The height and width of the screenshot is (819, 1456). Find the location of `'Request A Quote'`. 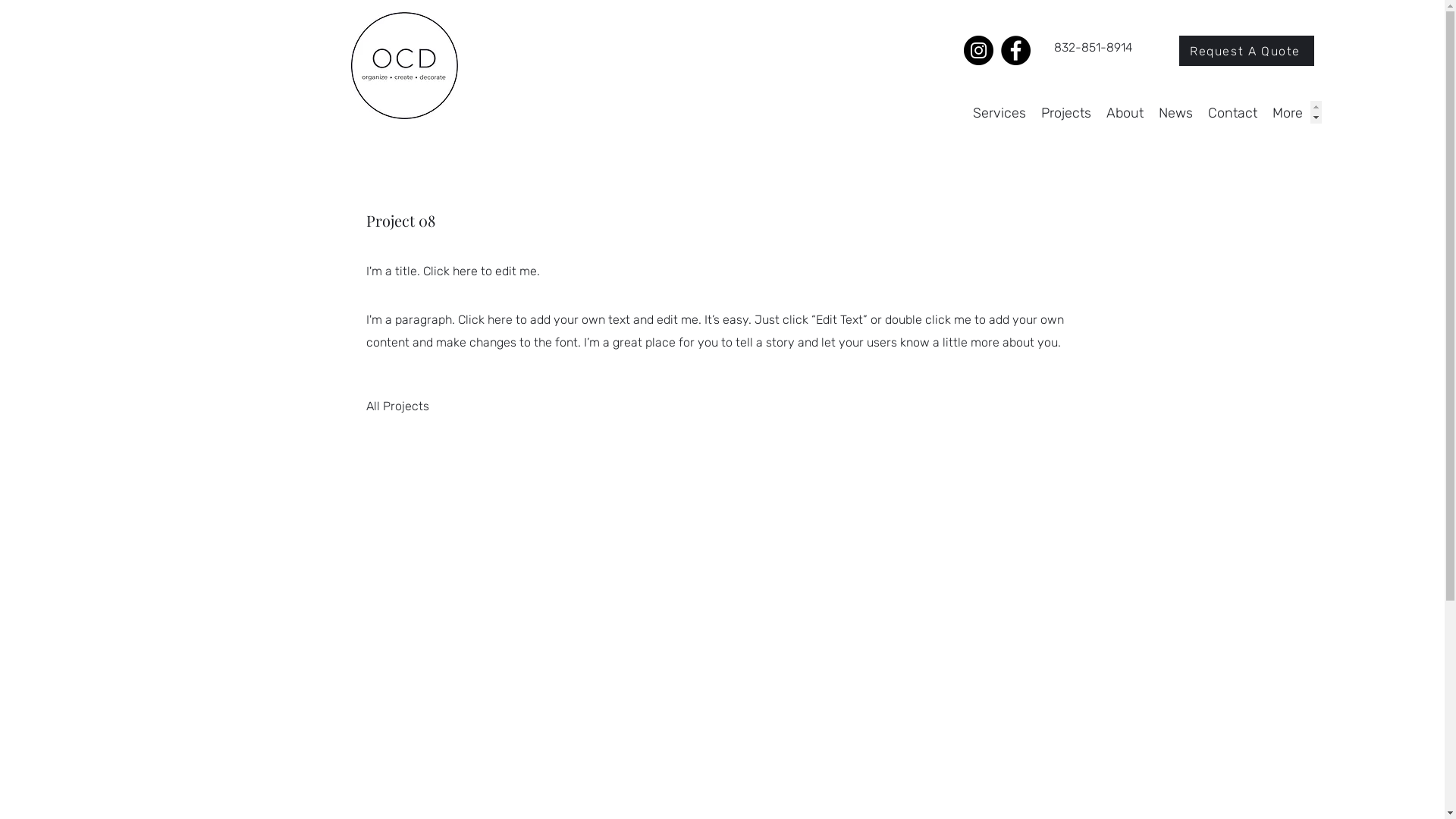

'Request A Quote' is located at coordinates (1246, 49).